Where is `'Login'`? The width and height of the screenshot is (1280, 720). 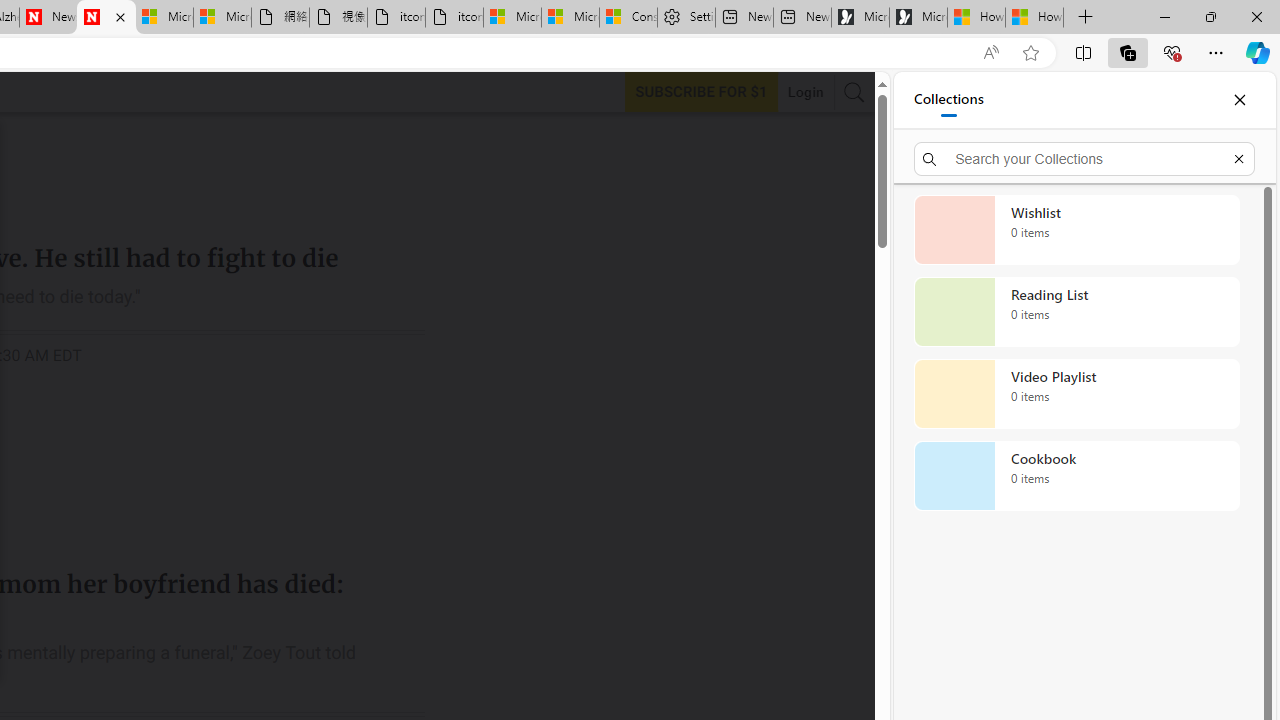 'Login' is located at coordinates (805, 92).